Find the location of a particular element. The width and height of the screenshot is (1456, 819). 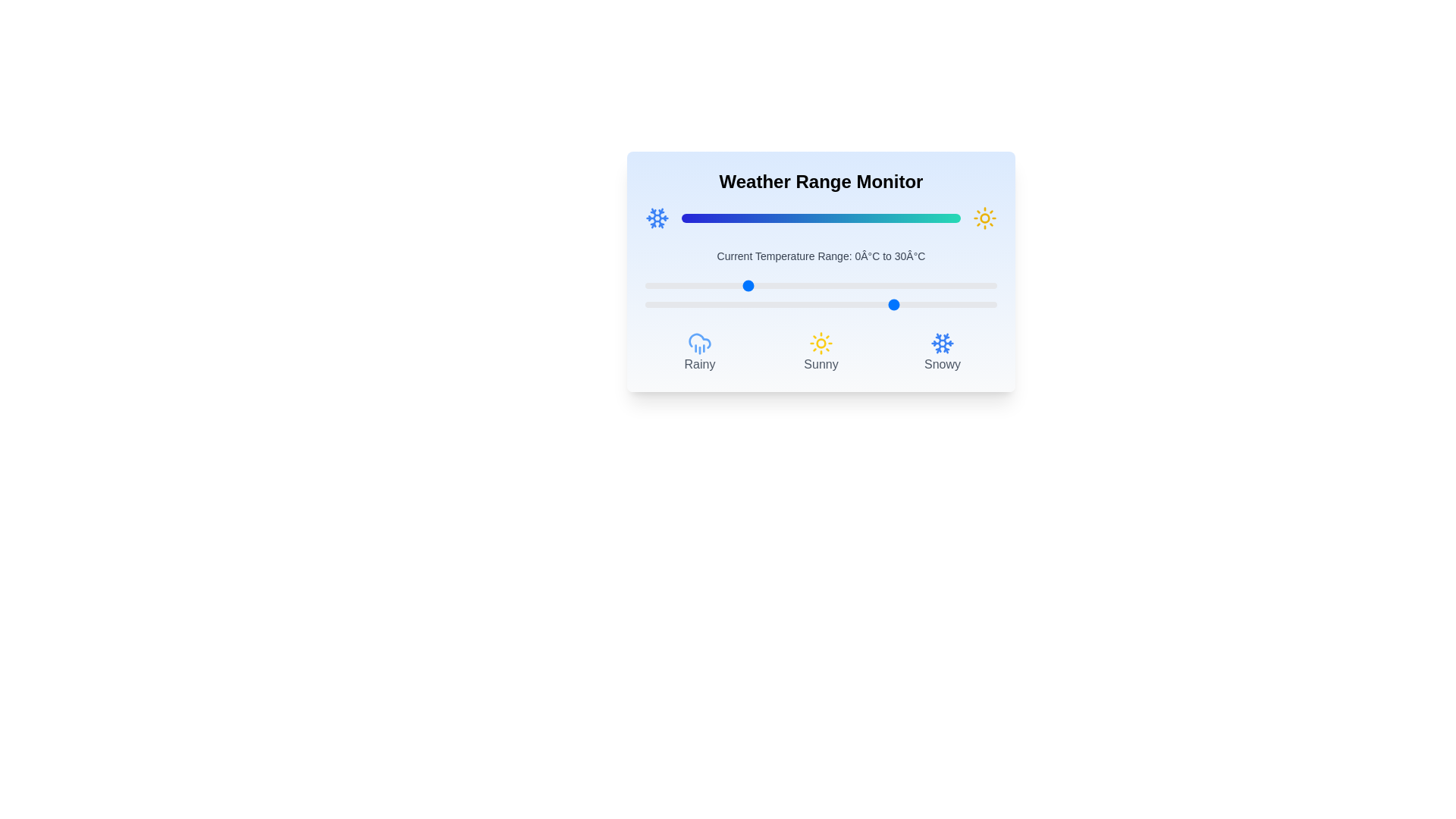

the inner circle of the sun icon is located at coordinates (821, 343).